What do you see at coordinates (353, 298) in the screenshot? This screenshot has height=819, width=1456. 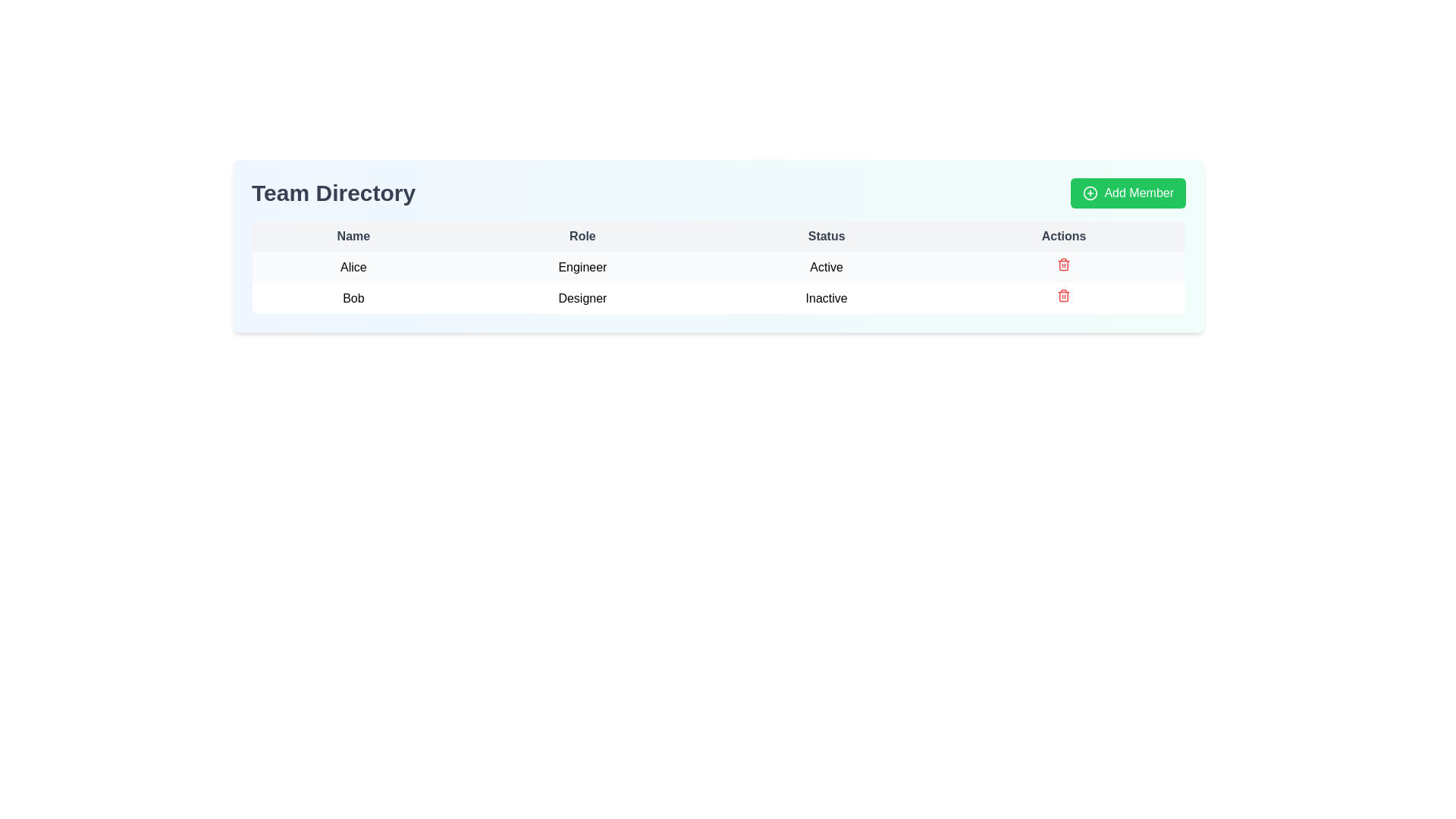 I see `text of the label displaying a name in the second row of the team directory table, located in the 'Name' column` at bounding box center [353, 298].